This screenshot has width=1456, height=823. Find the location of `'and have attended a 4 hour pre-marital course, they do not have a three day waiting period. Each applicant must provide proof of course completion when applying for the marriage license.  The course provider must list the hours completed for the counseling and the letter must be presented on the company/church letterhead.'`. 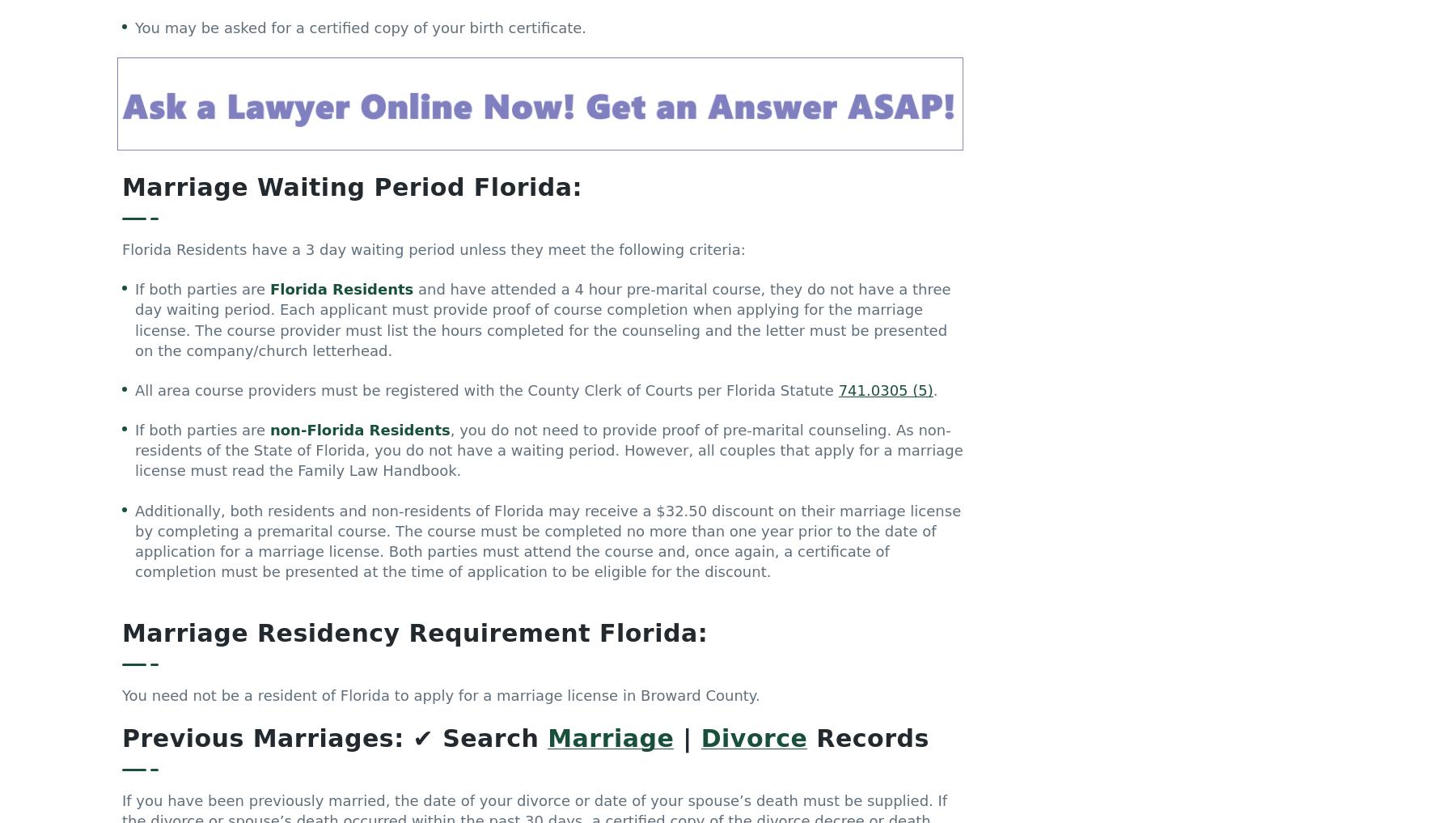

'and have attended a 4 hour pre-marital course, they do not have a three day waiting period. Each applicant must provide proof of course completion when applying for the marriage license.  The course provider must list the hours completed for the counseling and the letter must be presented on the company/church letterhead.' is located at coordinates (543, 324).